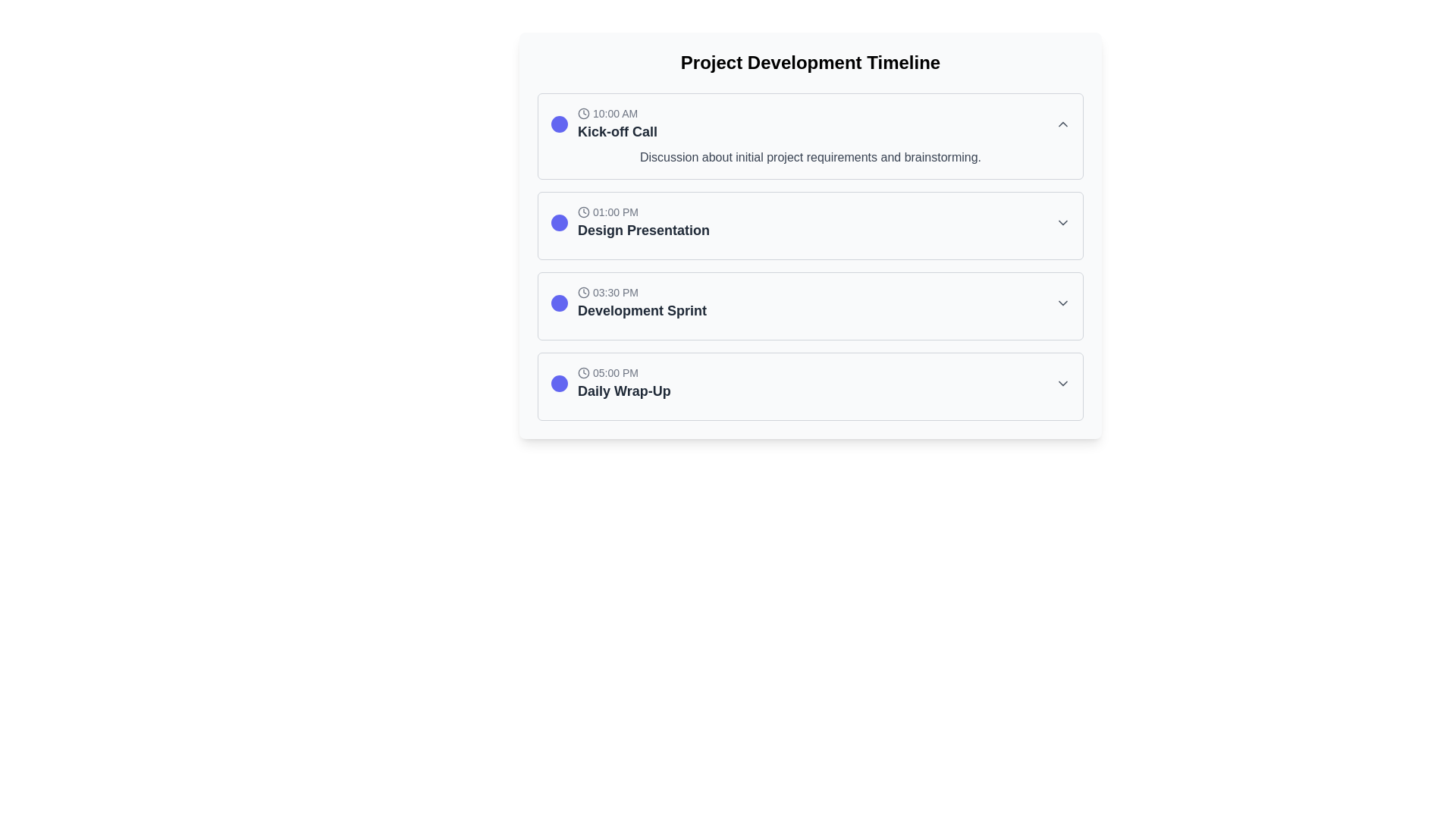  I want to click on the Composite Text Element representing the scheduled event 'Kick-off Call' at 10:00 AM, which is the first entry in the vertical list of events, so click(617, 124).